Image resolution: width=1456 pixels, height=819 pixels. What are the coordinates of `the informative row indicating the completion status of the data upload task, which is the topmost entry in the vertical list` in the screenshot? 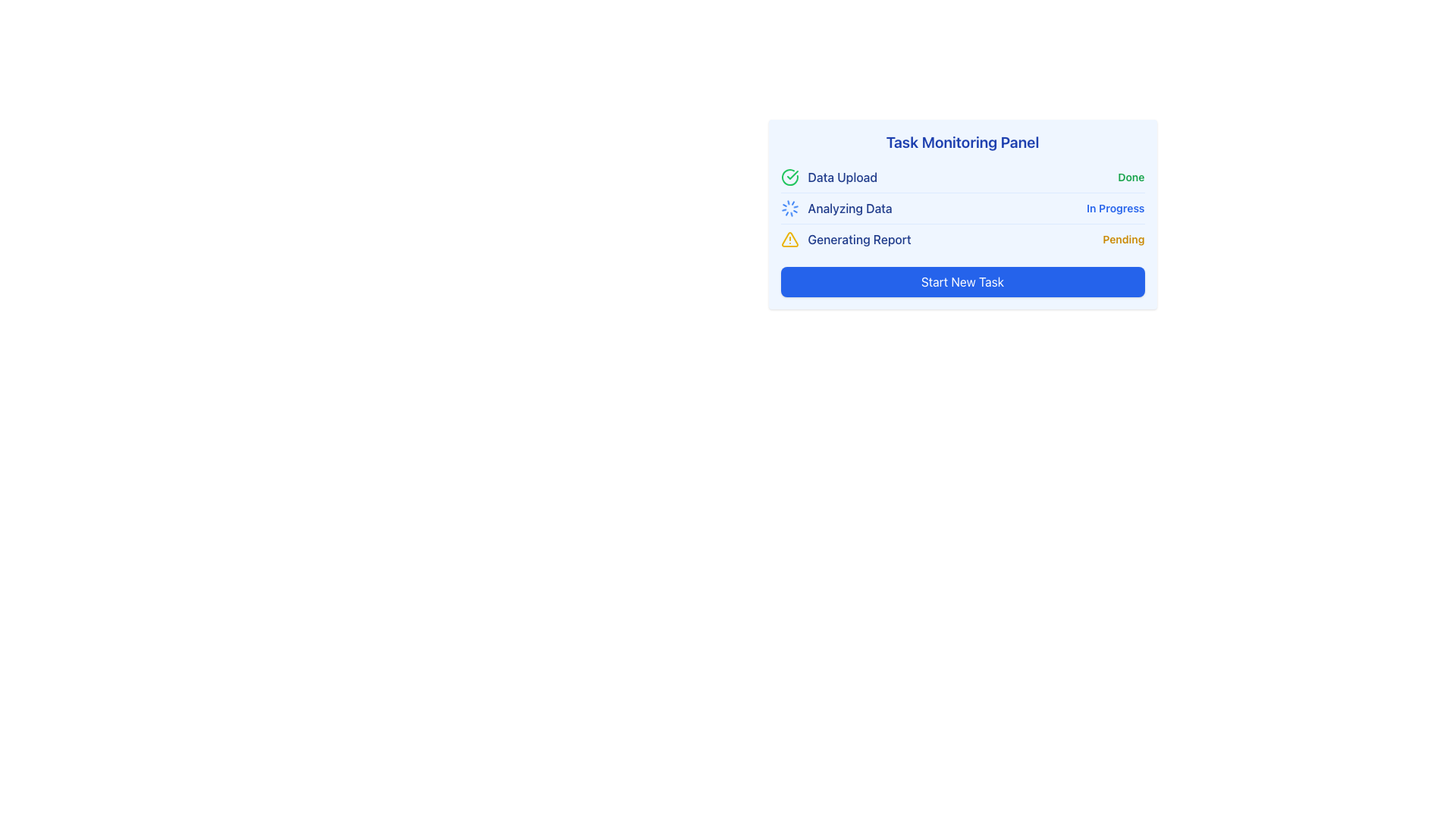 It's located at (962, 177).